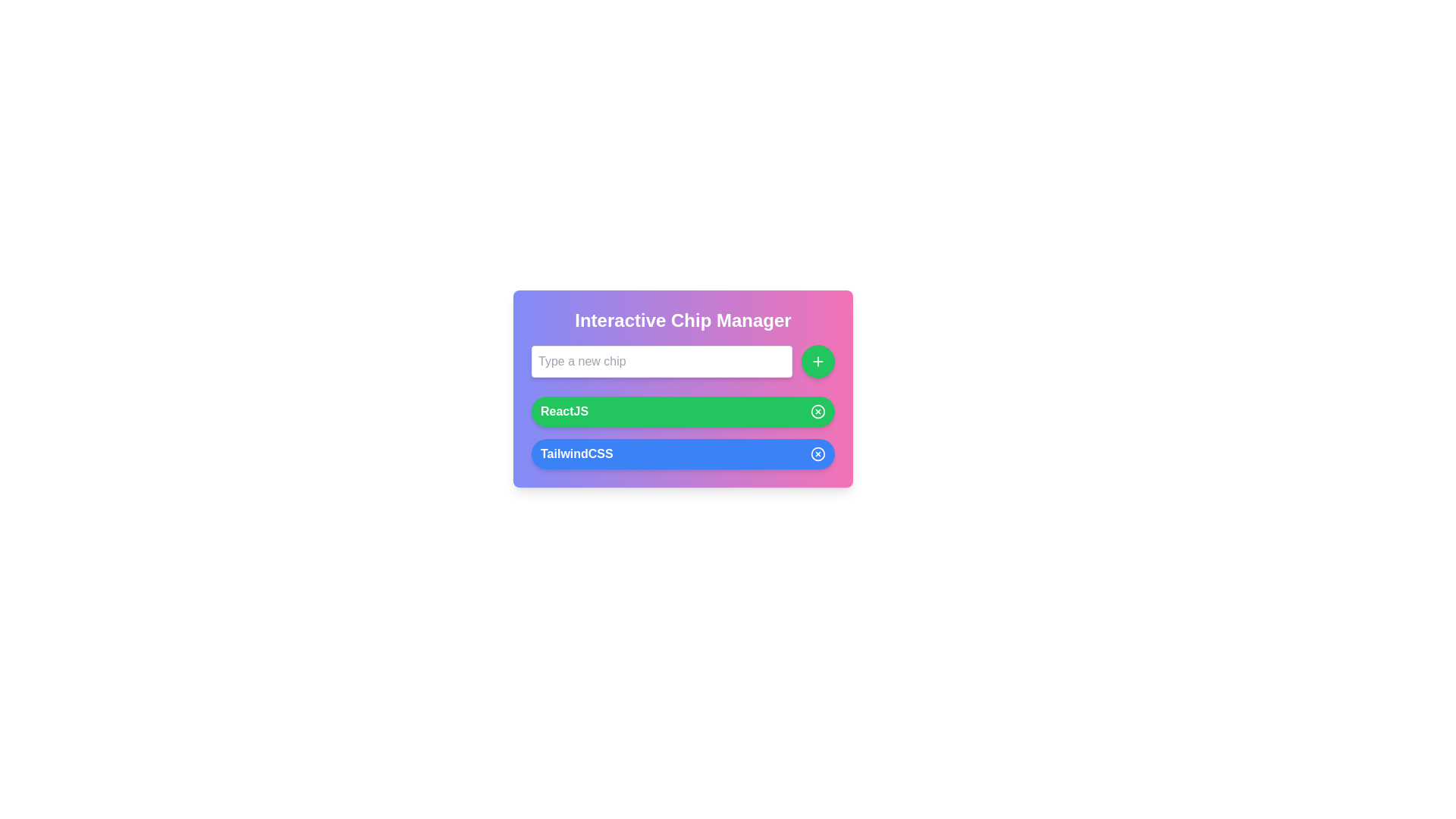 The width and height of the screenshot is (1456, 819). I want to click on the text label displaying 'ReactJS', which is styled in bold font and positioned within a green chip component, located above the 'TailwindCSS' chip and to the left of an interactive close button, so click(563, 412).